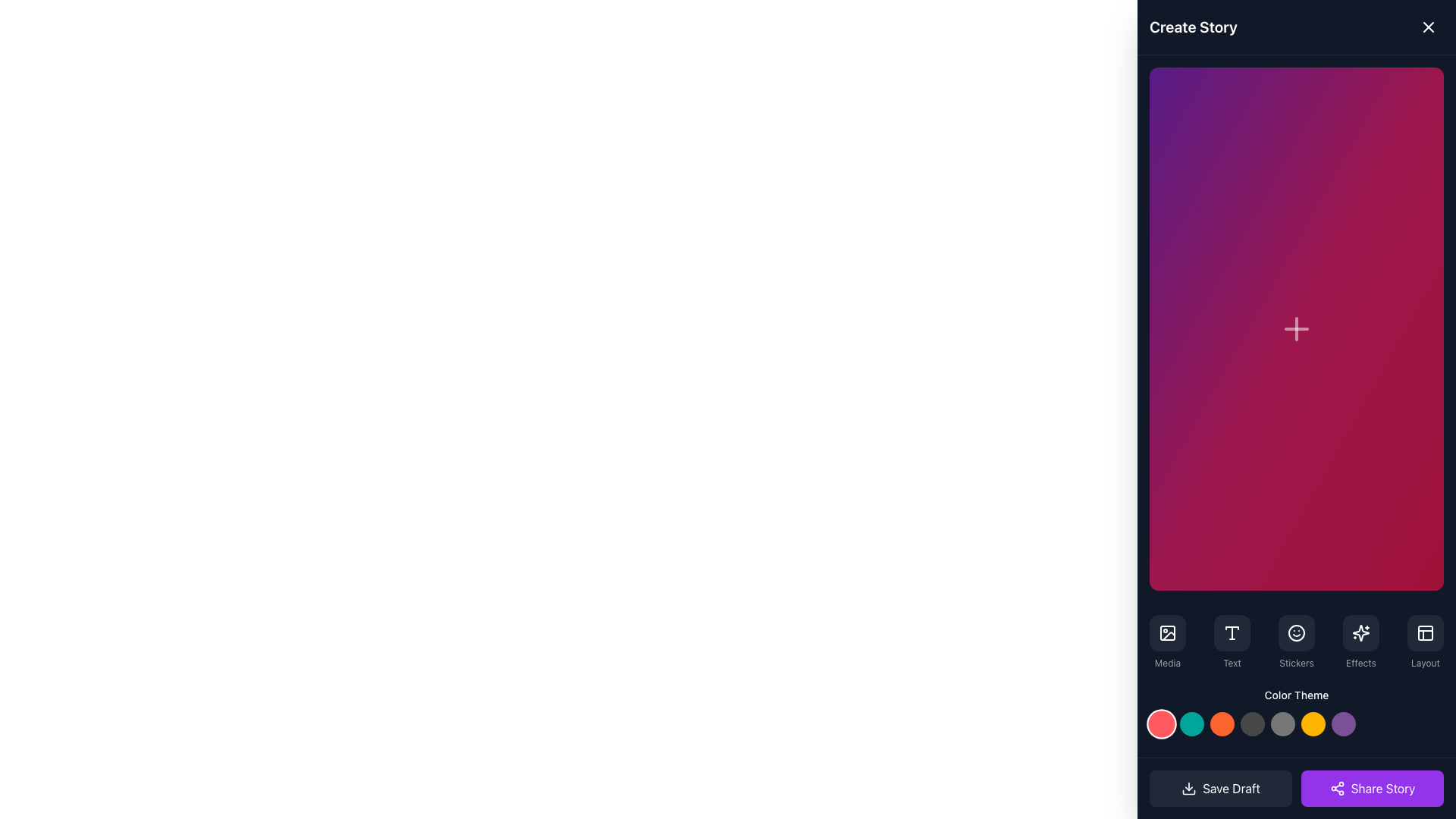  Describe the element at coordinates (1295, 711) in the screenshot. I see `the 'Color Theme' label text` at that location.